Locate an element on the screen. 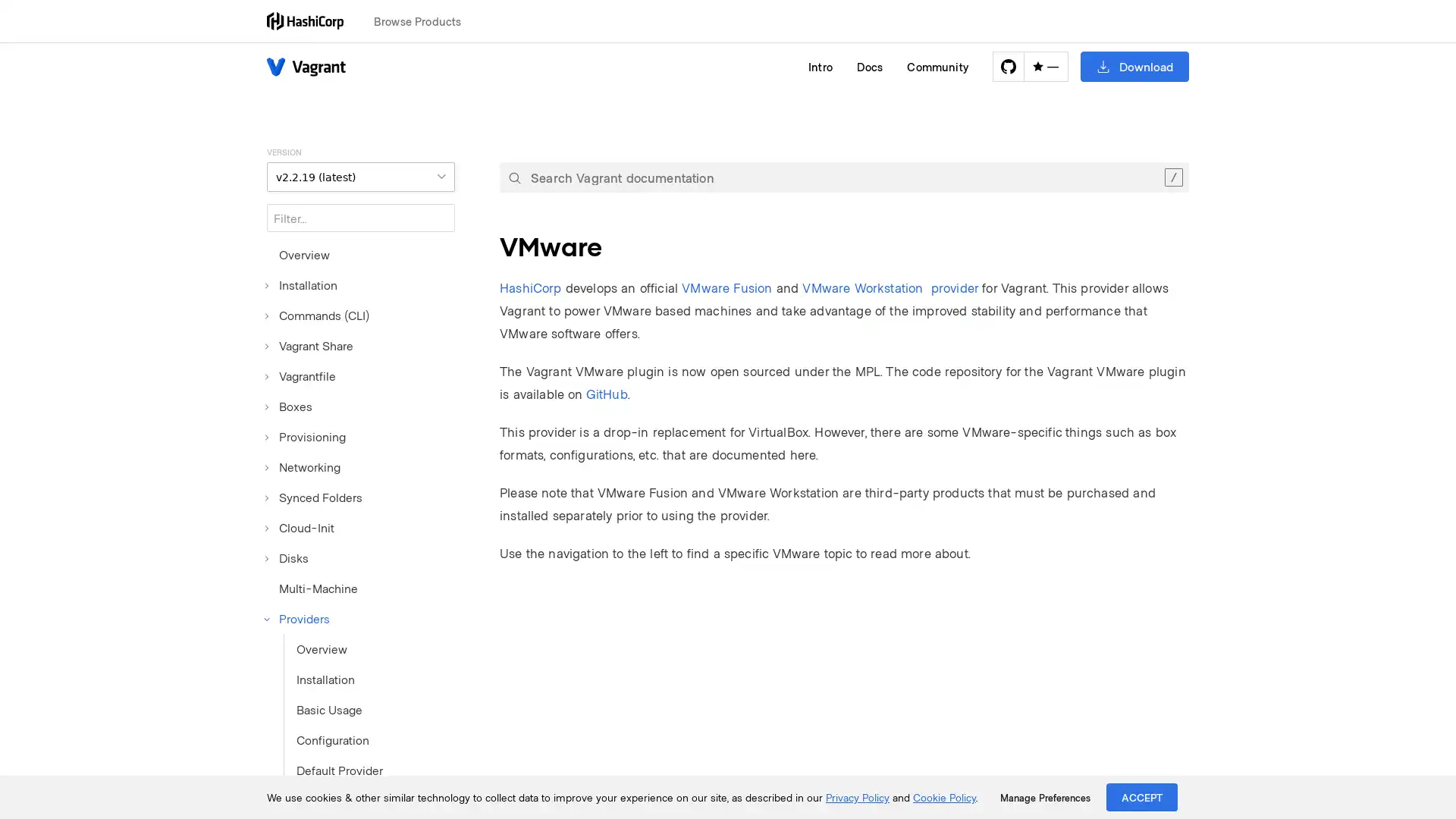 Image resolution: width=1456 pixels, height=819 pixels. Boxes is located at coordinates (290, 406).